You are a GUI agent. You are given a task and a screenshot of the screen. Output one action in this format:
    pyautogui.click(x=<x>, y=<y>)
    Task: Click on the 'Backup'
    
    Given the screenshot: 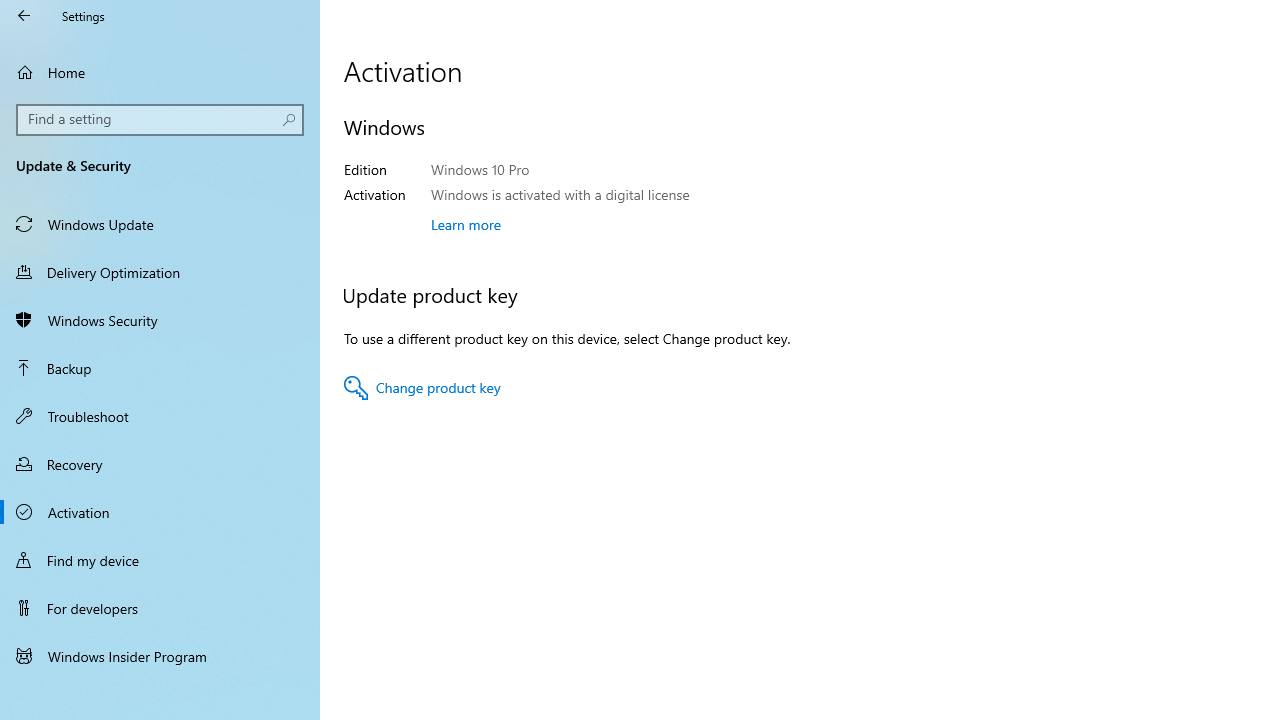 What is the action you would take?
    pyautogui.click(x=160, y=367)
    